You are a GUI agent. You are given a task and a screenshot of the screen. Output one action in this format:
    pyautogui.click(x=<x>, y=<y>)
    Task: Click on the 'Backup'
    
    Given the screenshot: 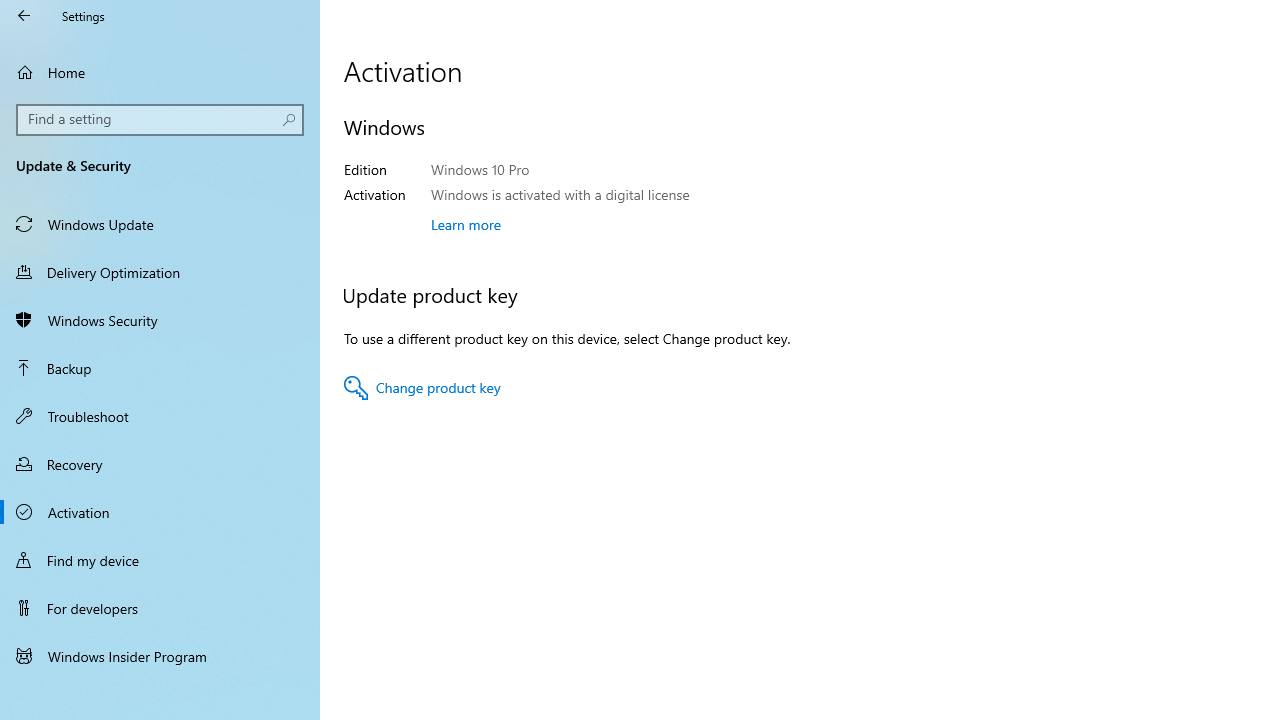 What is the action you would take?
    pyautogui.click(x=160, y=367)
    